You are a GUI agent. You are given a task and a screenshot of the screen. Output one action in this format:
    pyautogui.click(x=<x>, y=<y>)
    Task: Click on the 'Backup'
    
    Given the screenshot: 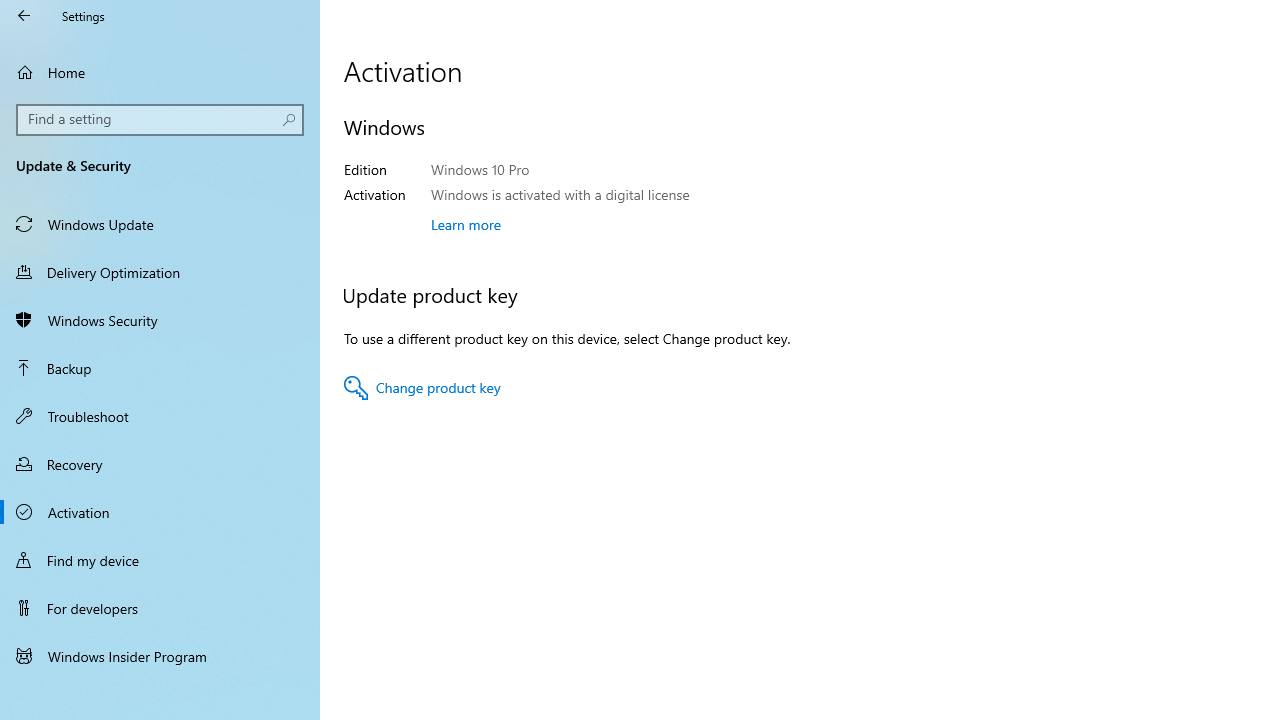 What is the action you would take?
    pyautogui.click(x=160, y=367)
    